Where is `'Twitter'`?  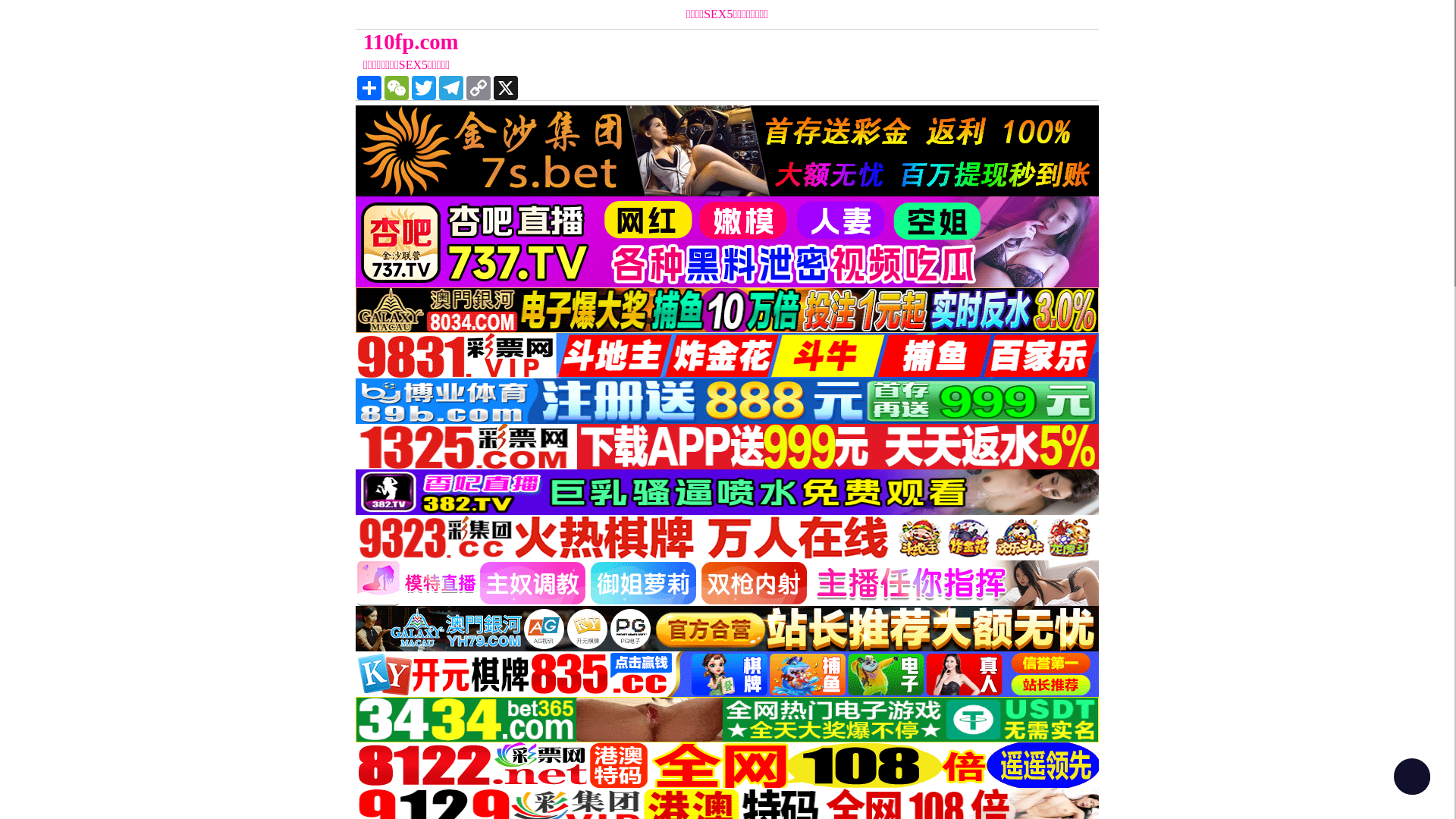 'Twitter' is located at coordinates (410, 87).